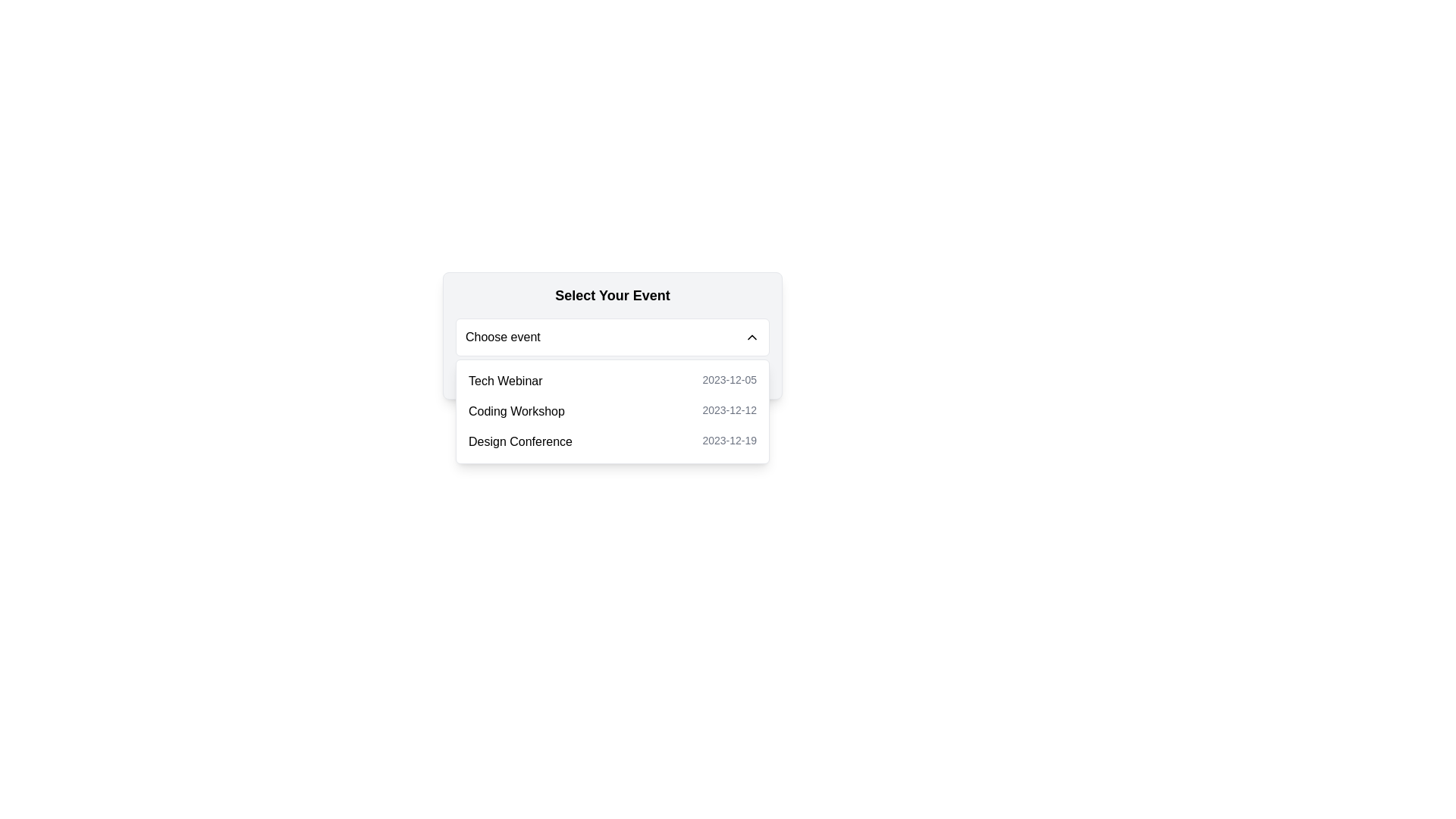 The image size is (1456, 819). Describe the element at coordinates (520, 441) in the screenshot. I see `static text label displaying 'Design Conference' which is the leftmost option in the dropdown menu` at that location.